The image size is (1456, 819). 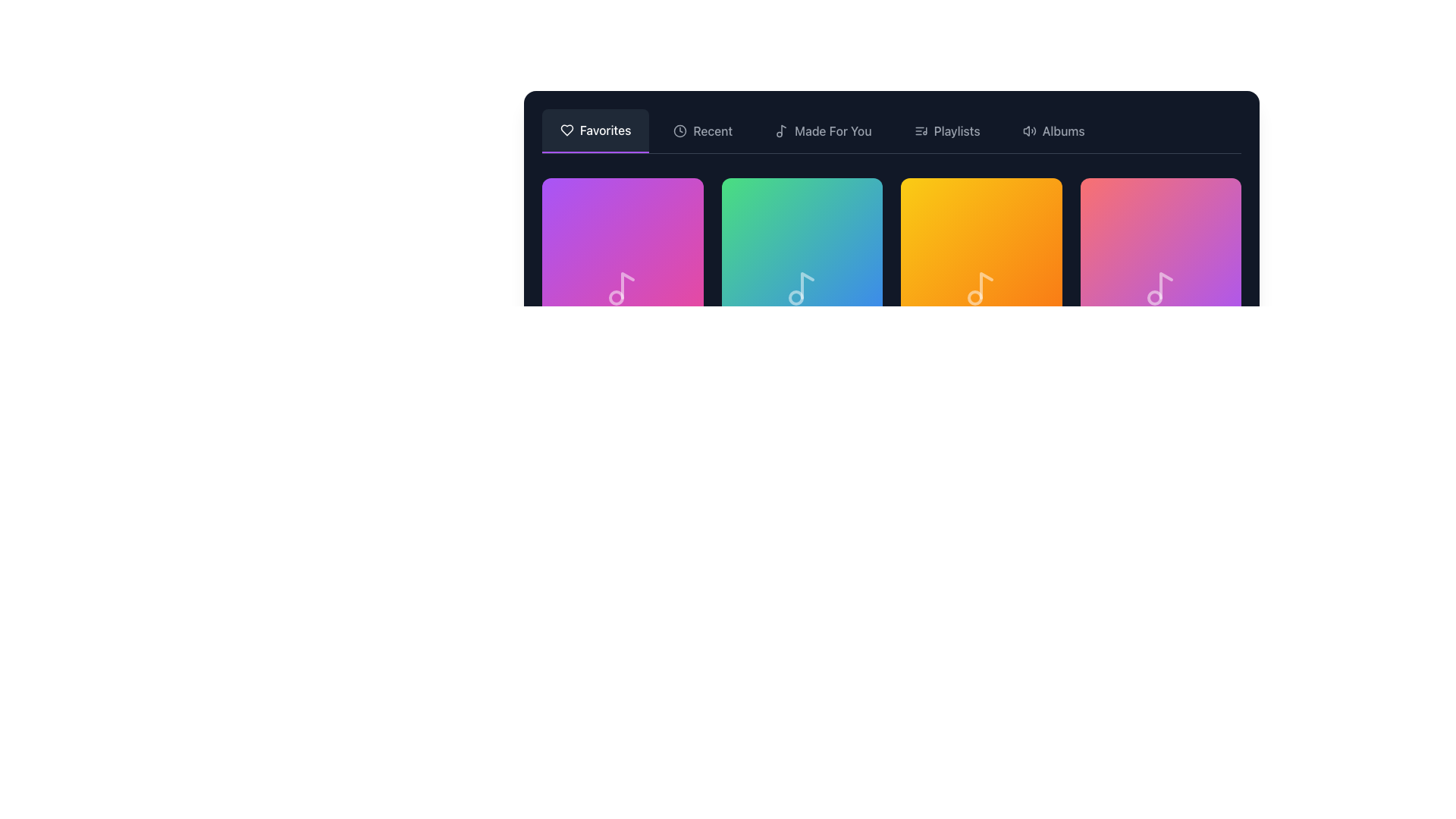 I want to click on the play control button located at the bottom-right corner of the purple tile, so click(x=673, y=292).